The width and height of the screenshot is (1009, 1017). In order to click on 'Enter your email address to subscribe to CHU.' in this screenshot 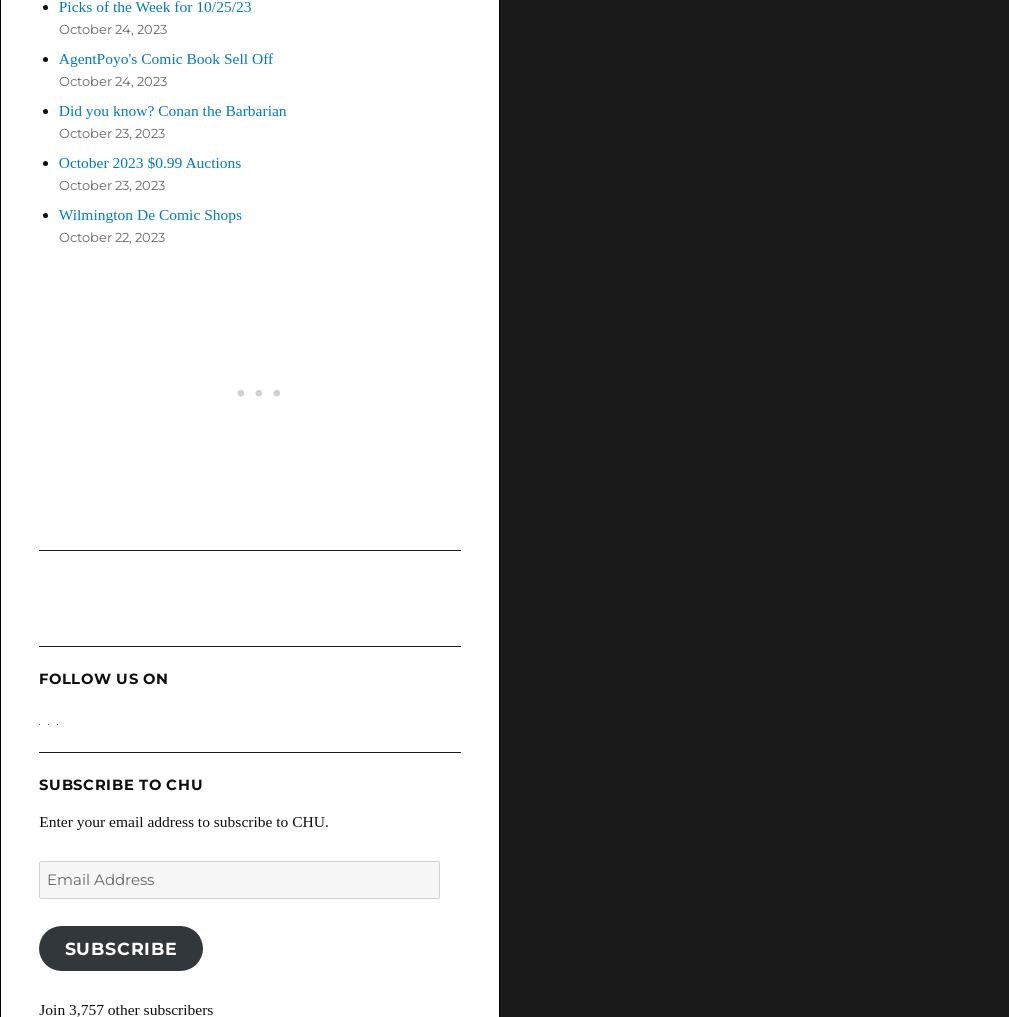, I will do `click(182, 820)`.